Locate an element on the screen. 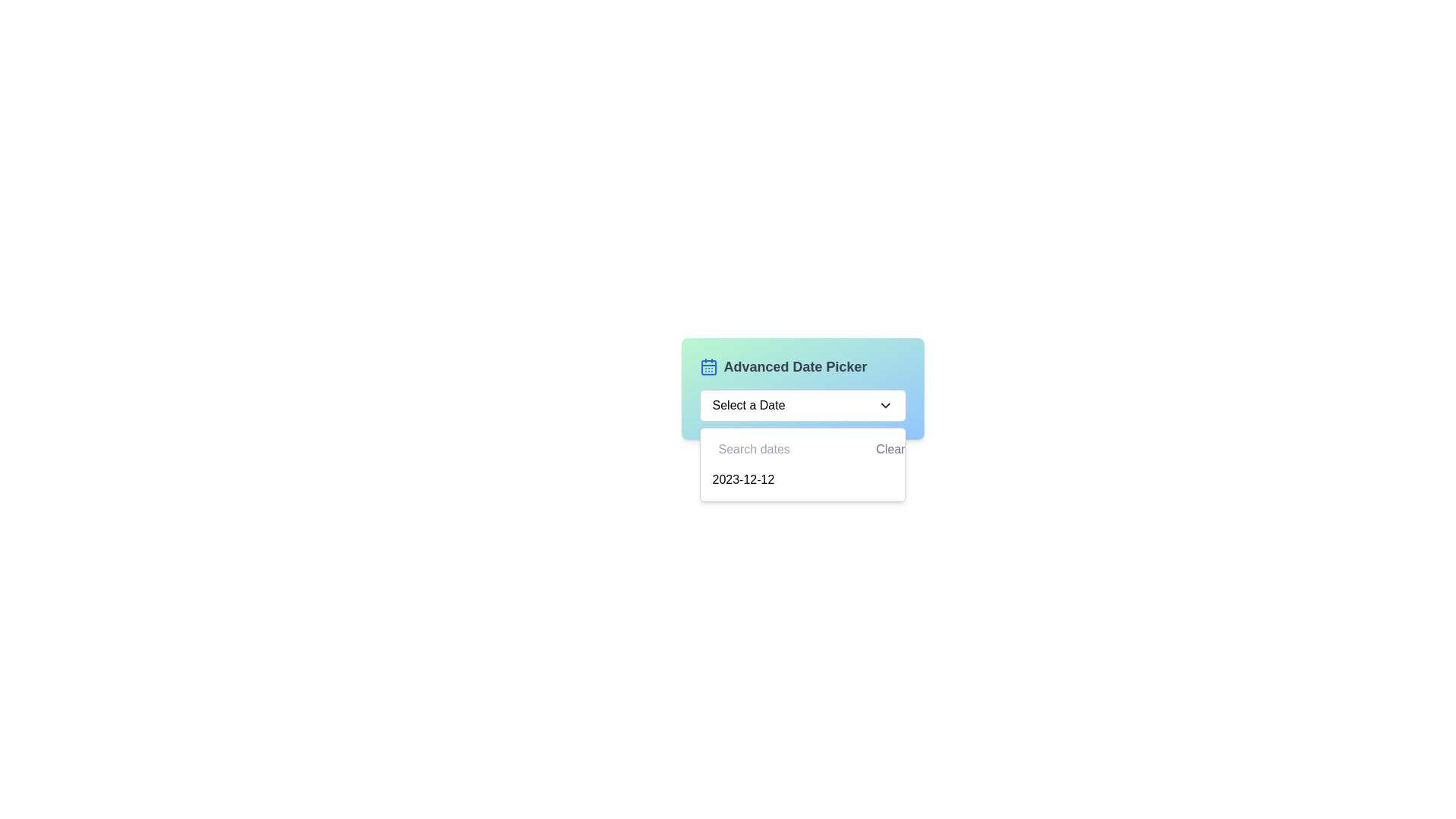  the calendar icon located in the header area of the 'Advanced Date Picker' component, which is positioned at the top-left corner and is the first element to the left of the text label 'Advanced Date Picker' is located at coordinates (708, 366).